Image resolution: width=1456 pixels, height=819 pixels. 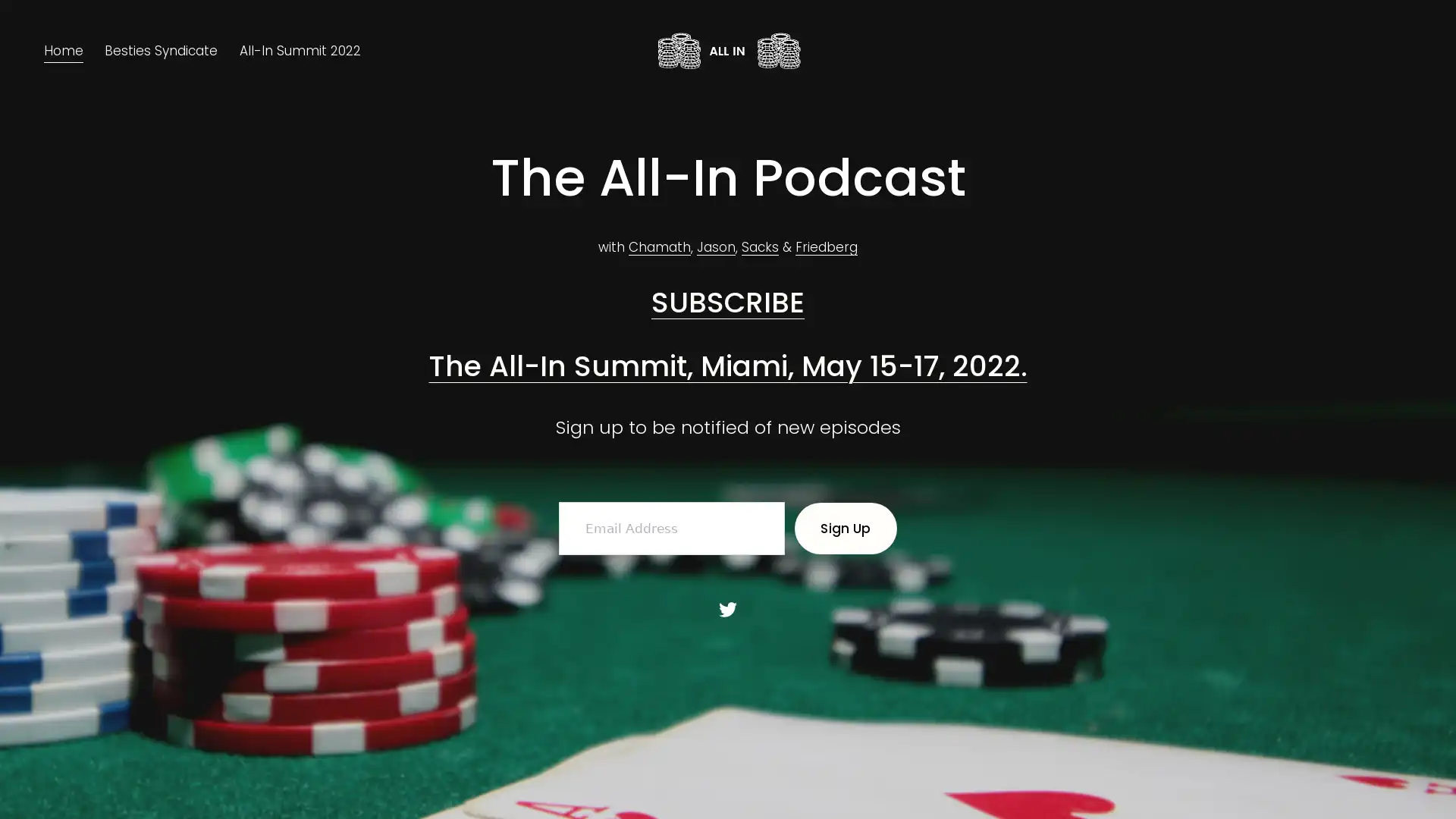 I want to click on Sign Up, so click(x=844, y=528).